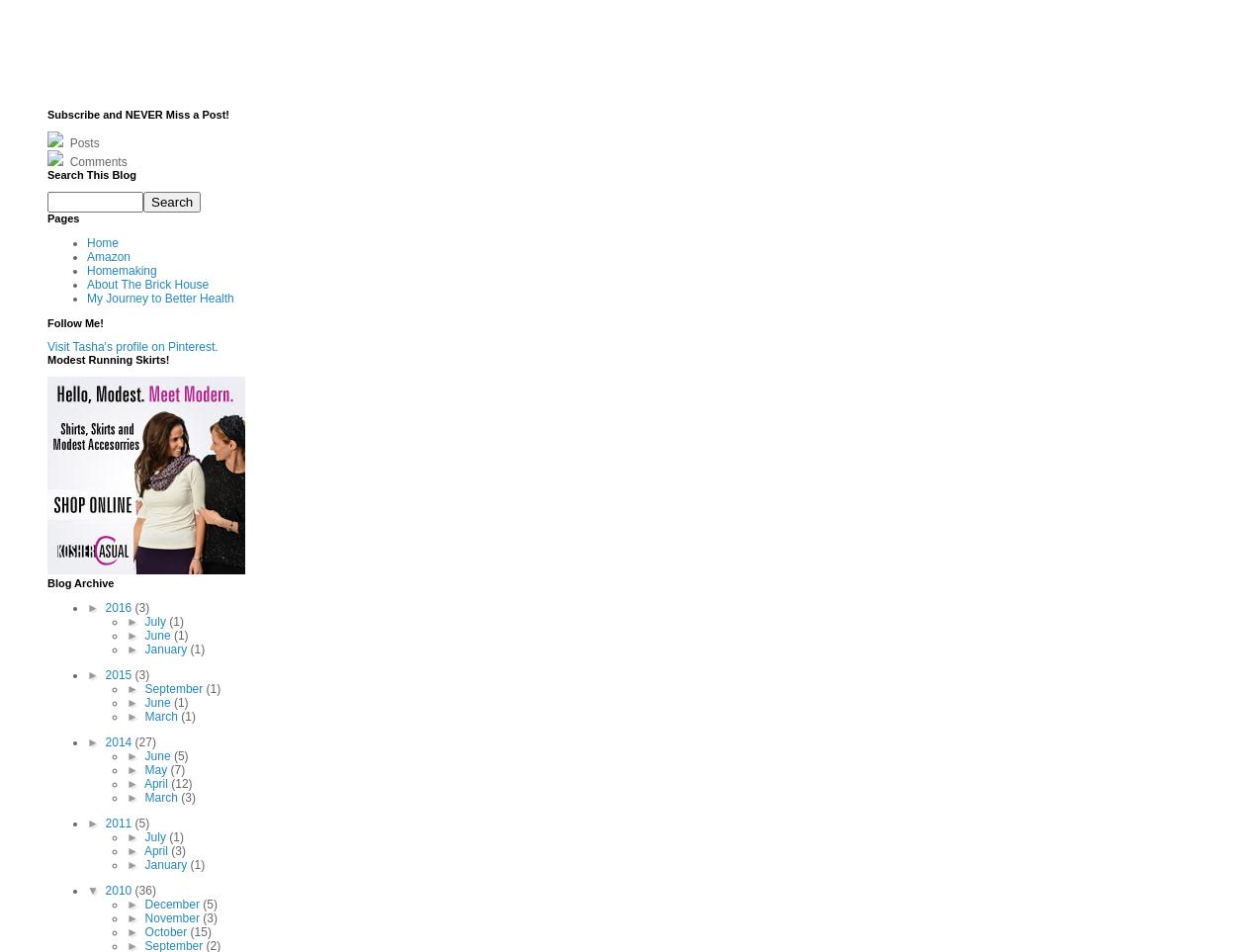 This screenshot has width=1234, height=952. I want to click on '2014', so click(120, 740).